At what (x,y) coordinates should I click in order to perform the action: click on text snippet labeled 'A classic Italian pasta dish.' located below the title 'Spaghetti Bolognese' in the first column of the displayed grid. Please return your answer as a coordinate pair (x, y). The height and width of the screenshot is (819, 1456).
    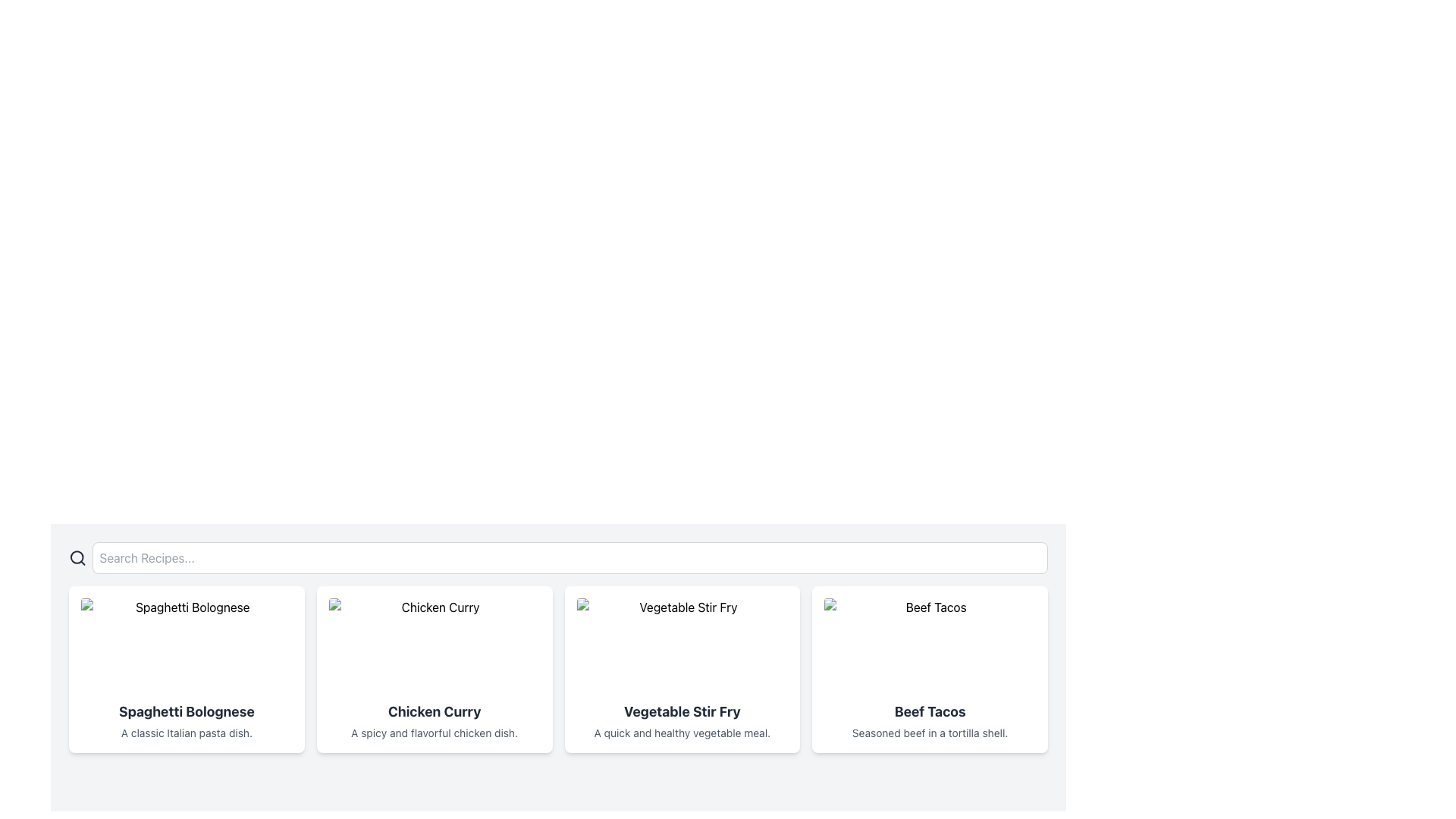
    Looking at the image, I should click on (186, 733).